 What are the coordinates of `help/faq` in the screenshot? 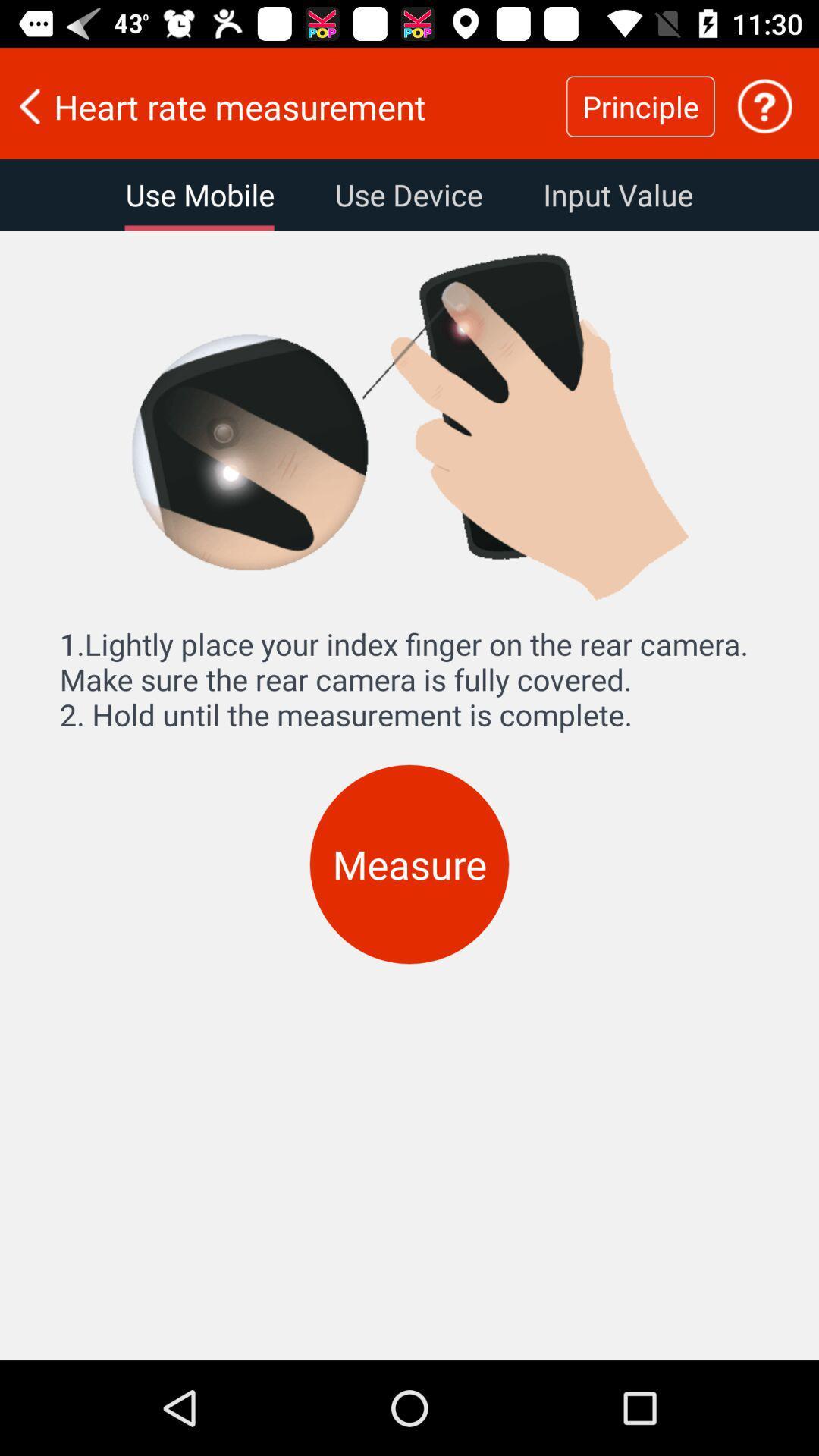 It's located at (764, 105).